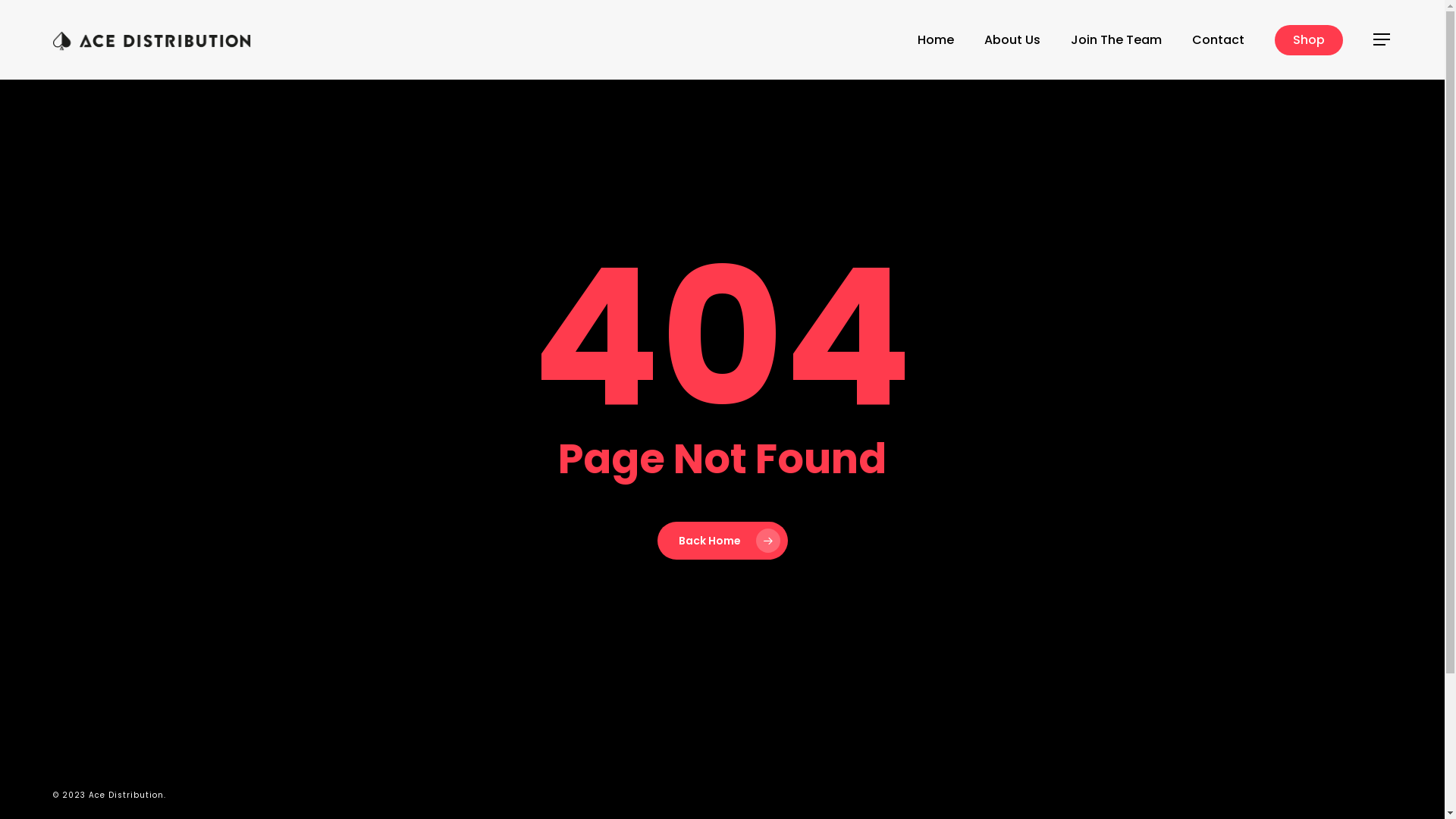 This screenshot has height=819, width=1456. What do you see at coordinates (934, 38) in the screenshot?
I see `'Home'` at bounding box center [934, 38].